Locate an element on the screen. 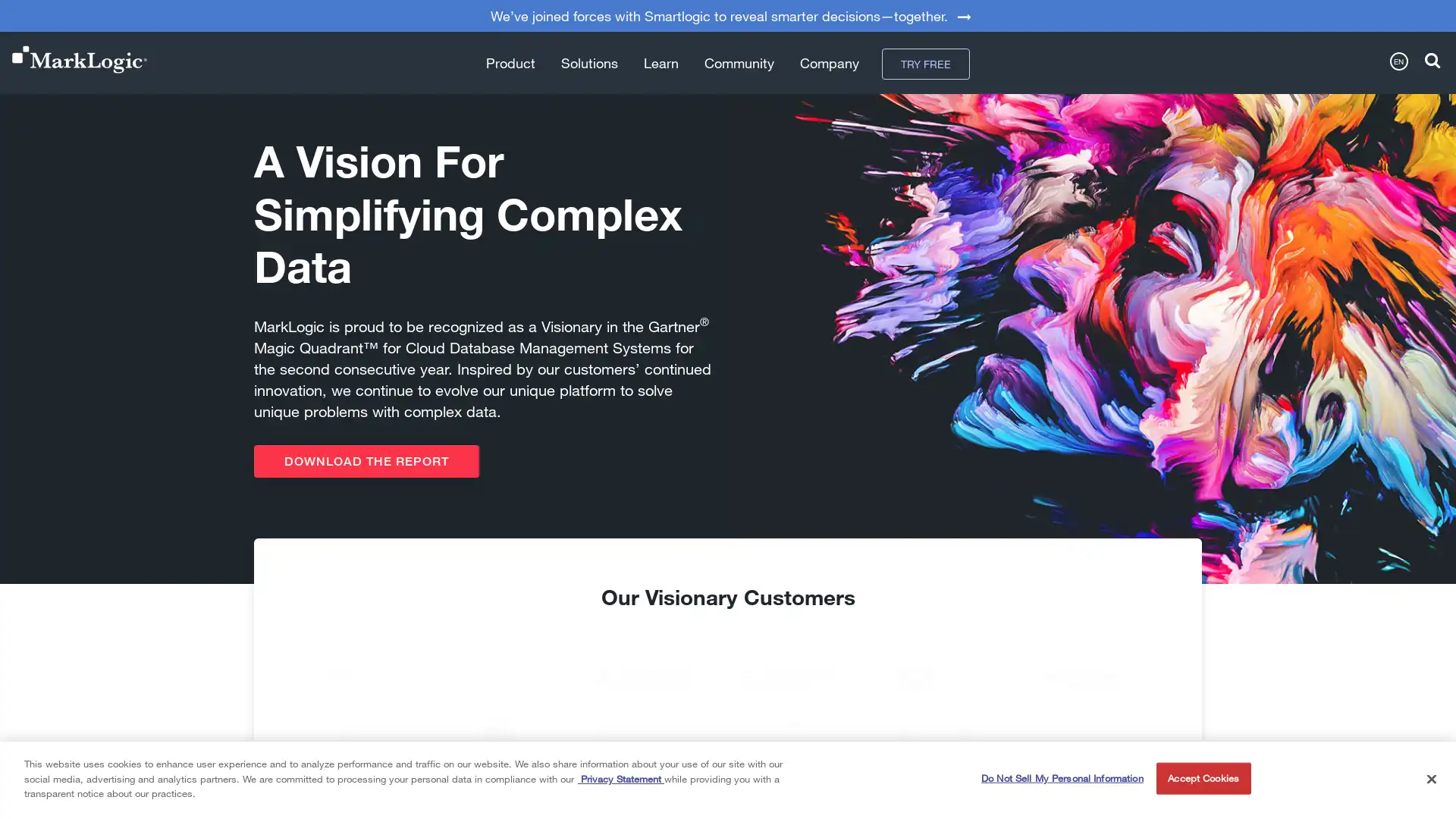  Close is located at coordinates (1430, 778).